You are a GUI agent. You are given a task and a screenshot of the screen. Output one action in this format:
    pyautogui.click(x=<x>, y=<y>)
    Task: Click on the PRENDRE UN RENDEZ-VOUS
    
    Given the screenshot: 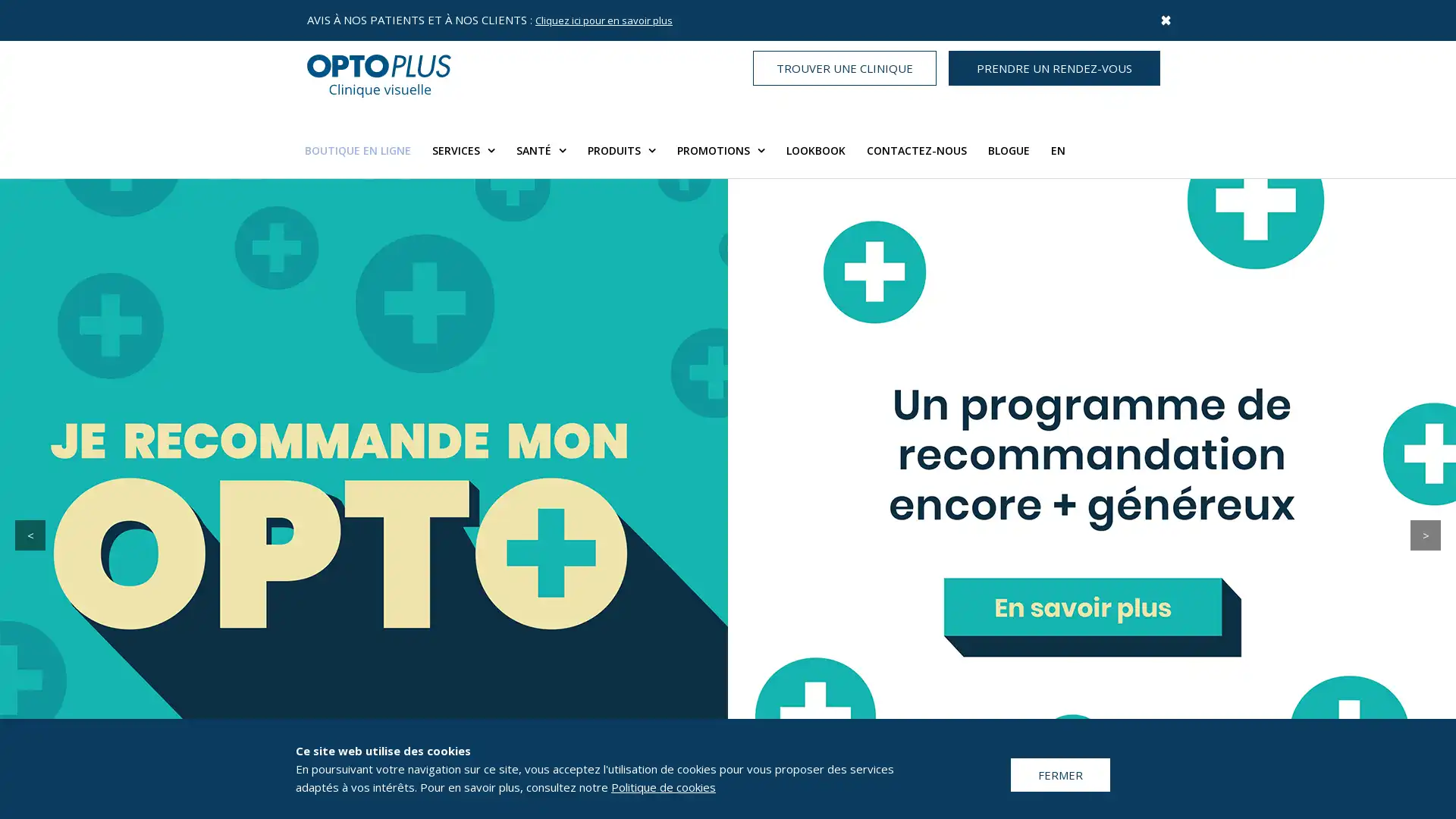 What is the action you would take?
    pyautogui.click(x=1053, y=67)
    